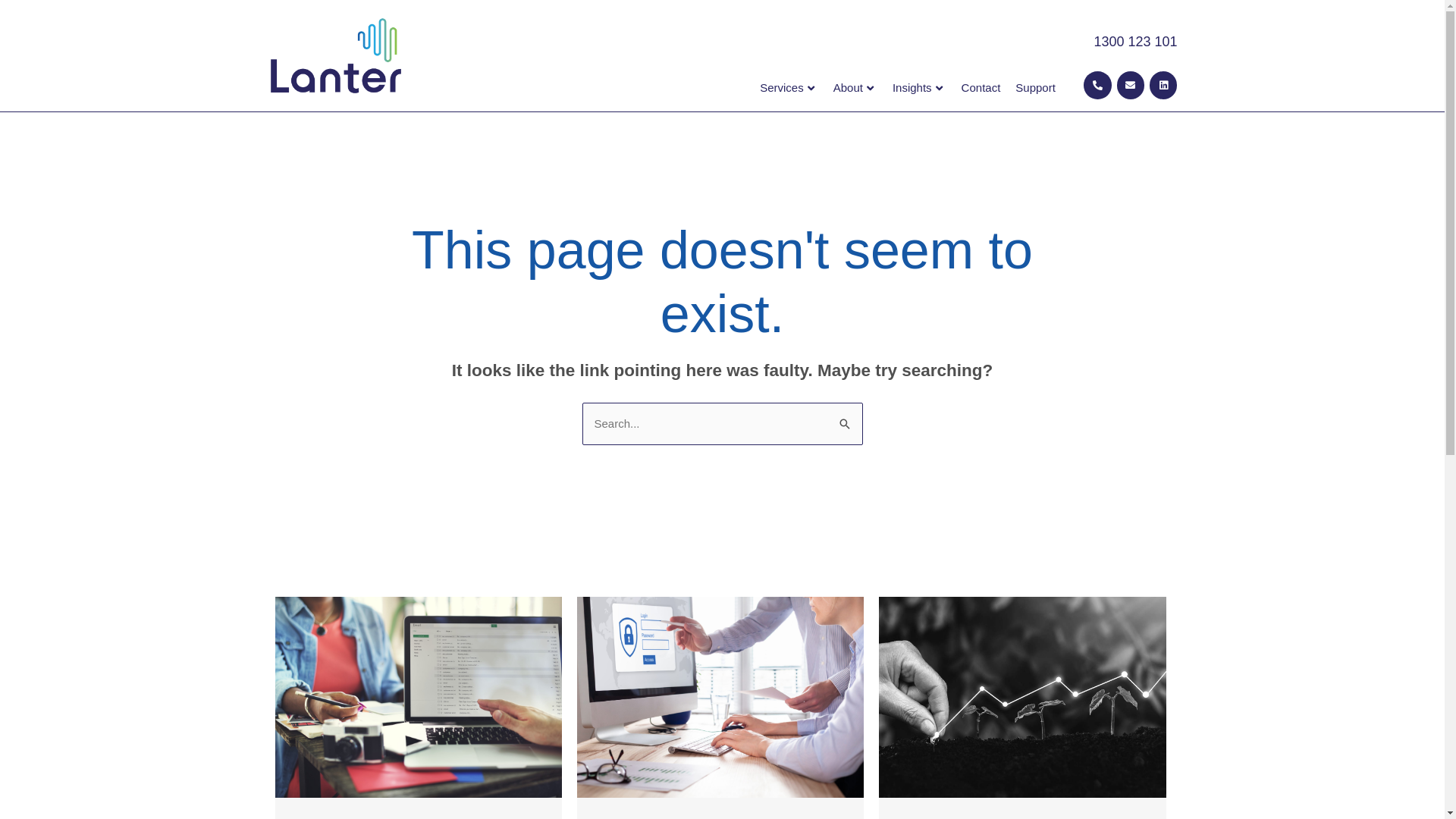 Image resolution: width=1456 pixels, height=819 pixels. Describe the element at coordinates (1135, 40) in the screenshot. I see `'1300 123 101'` at that location.